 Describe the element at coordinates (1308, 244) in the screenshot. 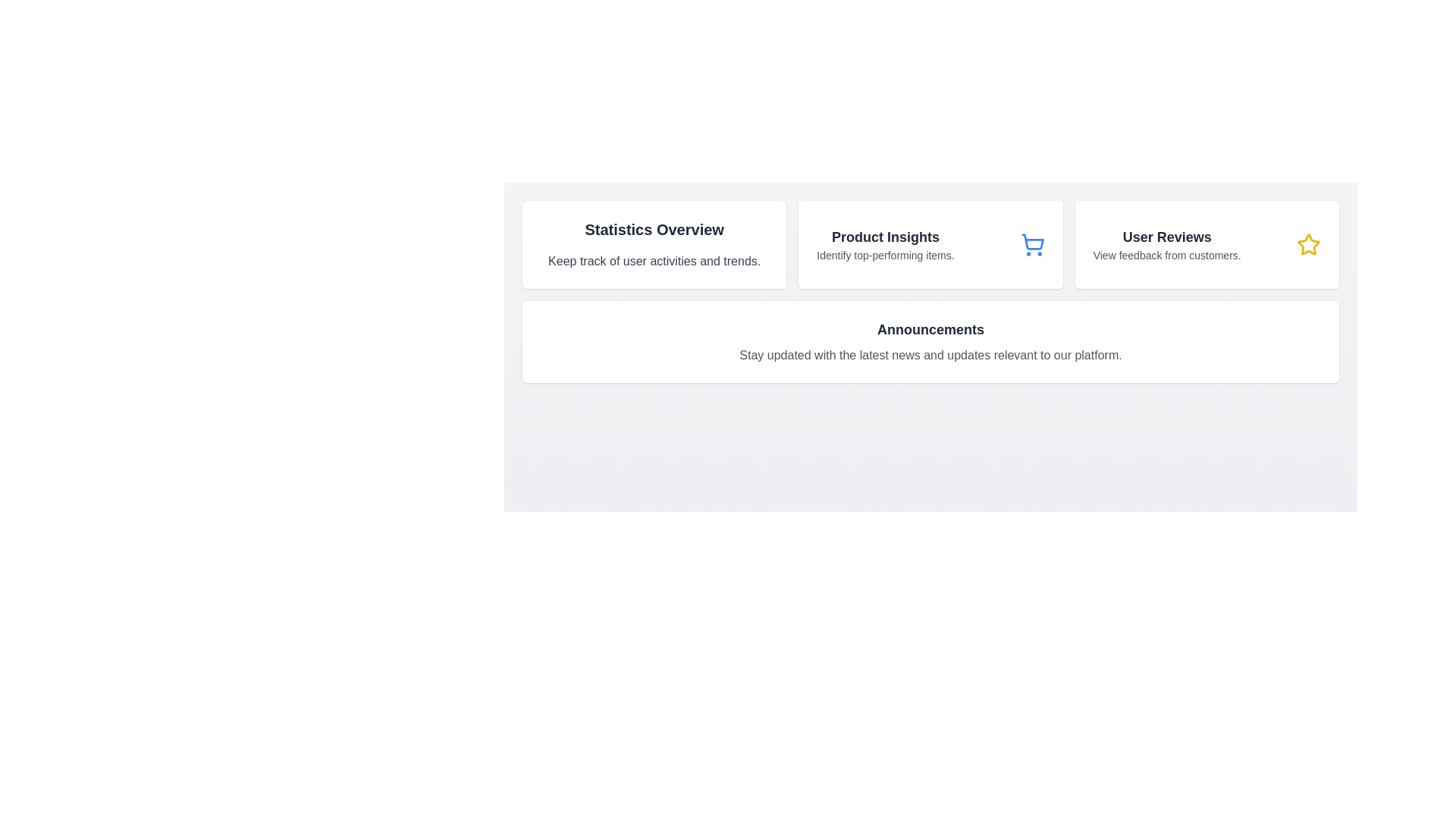

I see `the star icon located in the top-right corner of the 'User Reviews' section, adjacent to the text 'View feedback from customers', which signifies rating or quality assessment` at that location.